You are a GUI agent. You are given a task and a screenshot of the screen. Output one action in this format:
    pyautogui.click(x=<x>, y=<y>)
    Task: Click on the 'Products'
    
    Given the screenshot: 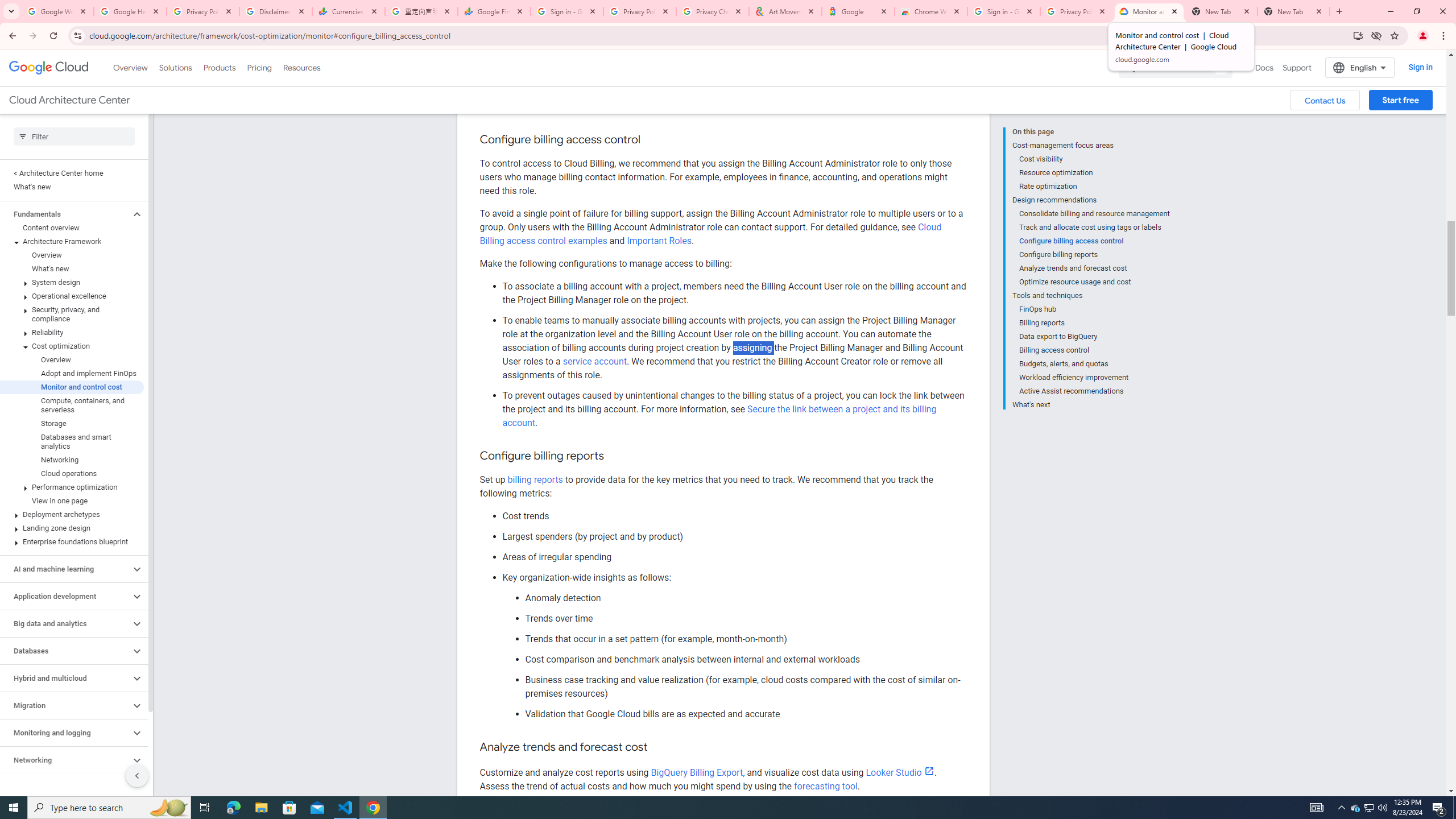 What is the action you would take?
    pyautogui.click(x=218, y=67)
    